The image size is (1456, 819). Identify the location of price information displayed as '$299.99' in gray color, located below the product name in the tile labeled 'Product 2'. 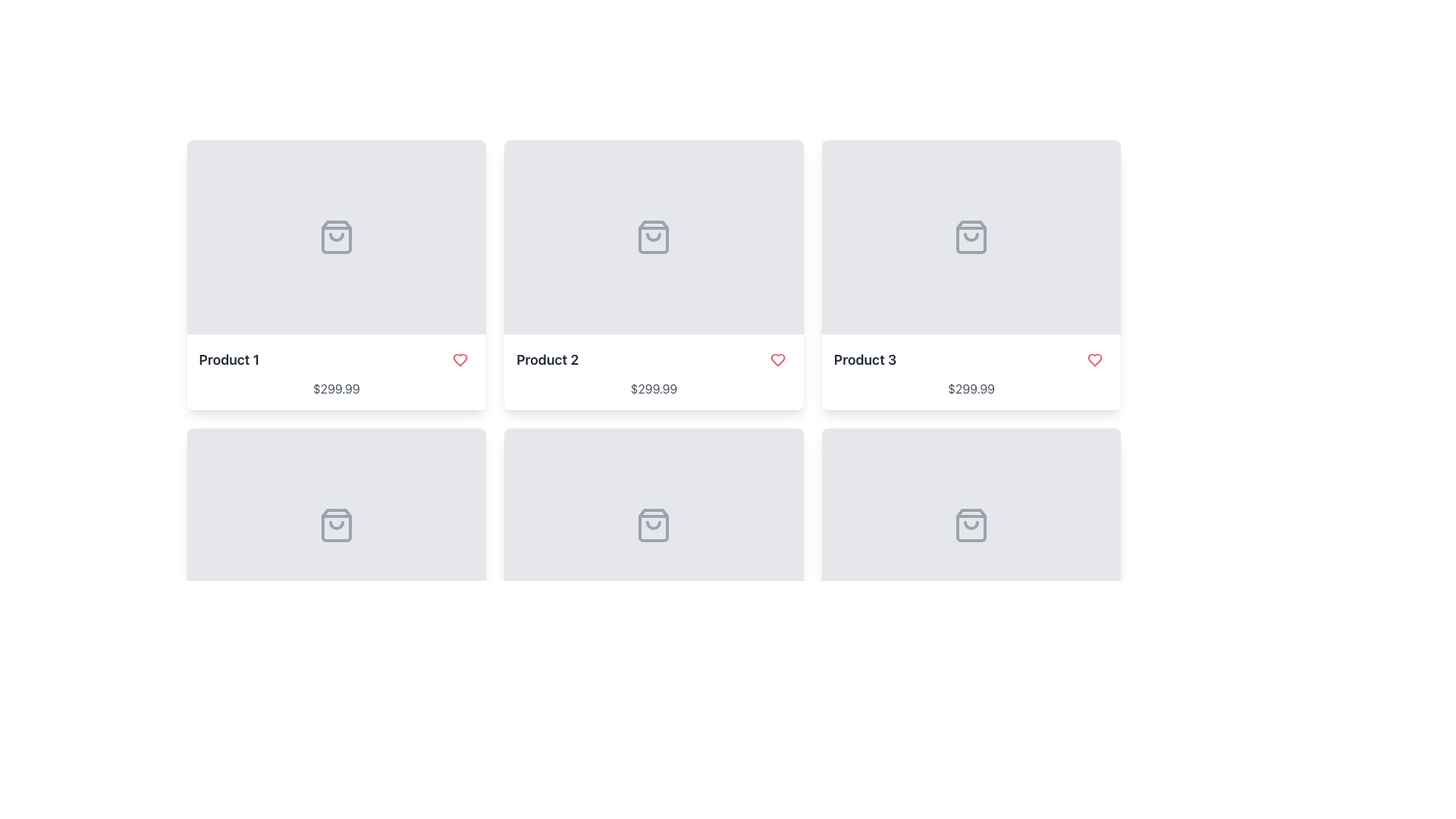
(654, 388).